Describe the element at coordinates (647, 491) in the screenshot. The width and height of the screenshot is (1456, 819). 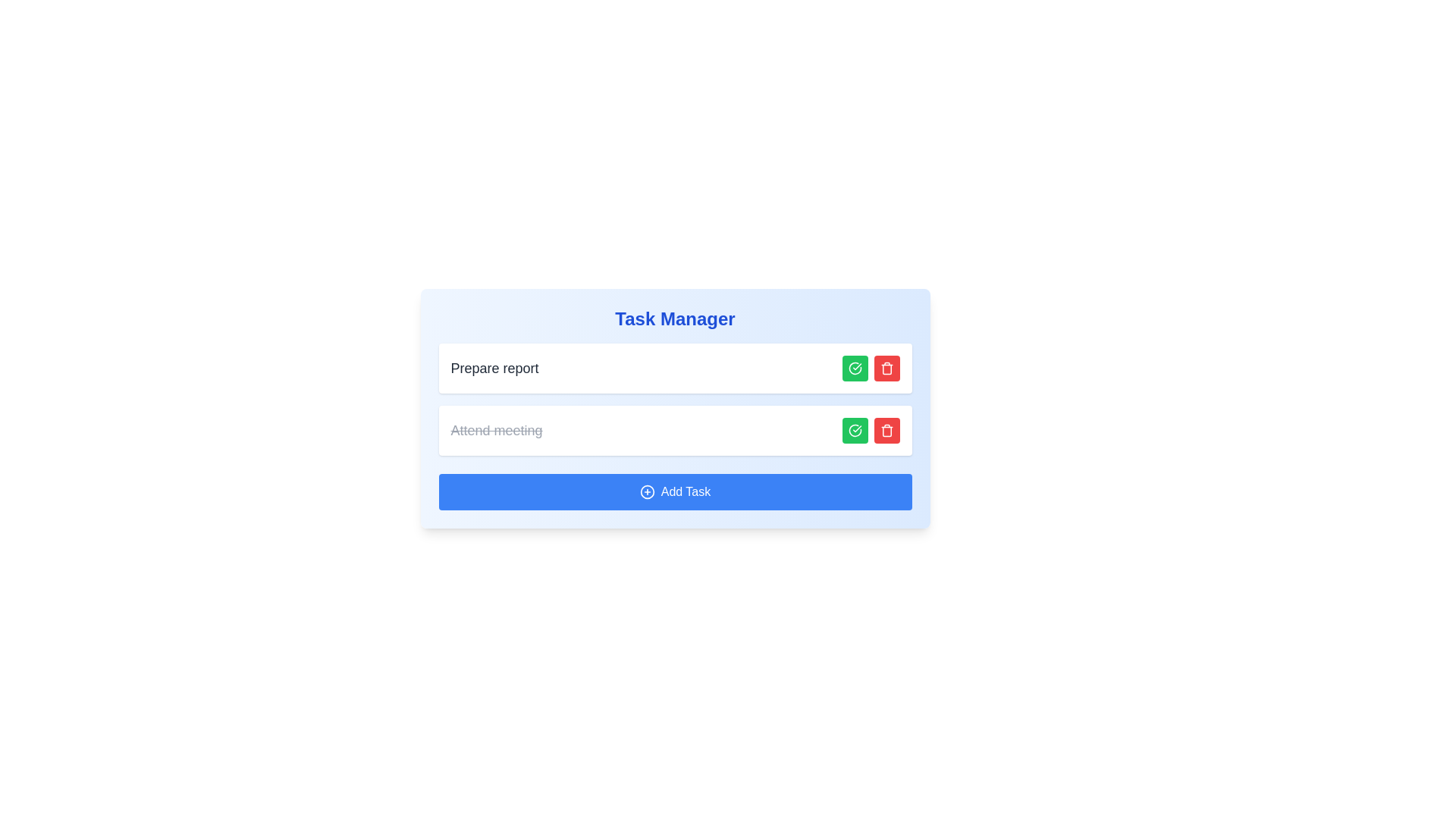
I see `the decorative SVG circle that symbolizes adding or creating a new task, which is part of the 'Add Task' button located at the bottom-center of the interface` at that location.